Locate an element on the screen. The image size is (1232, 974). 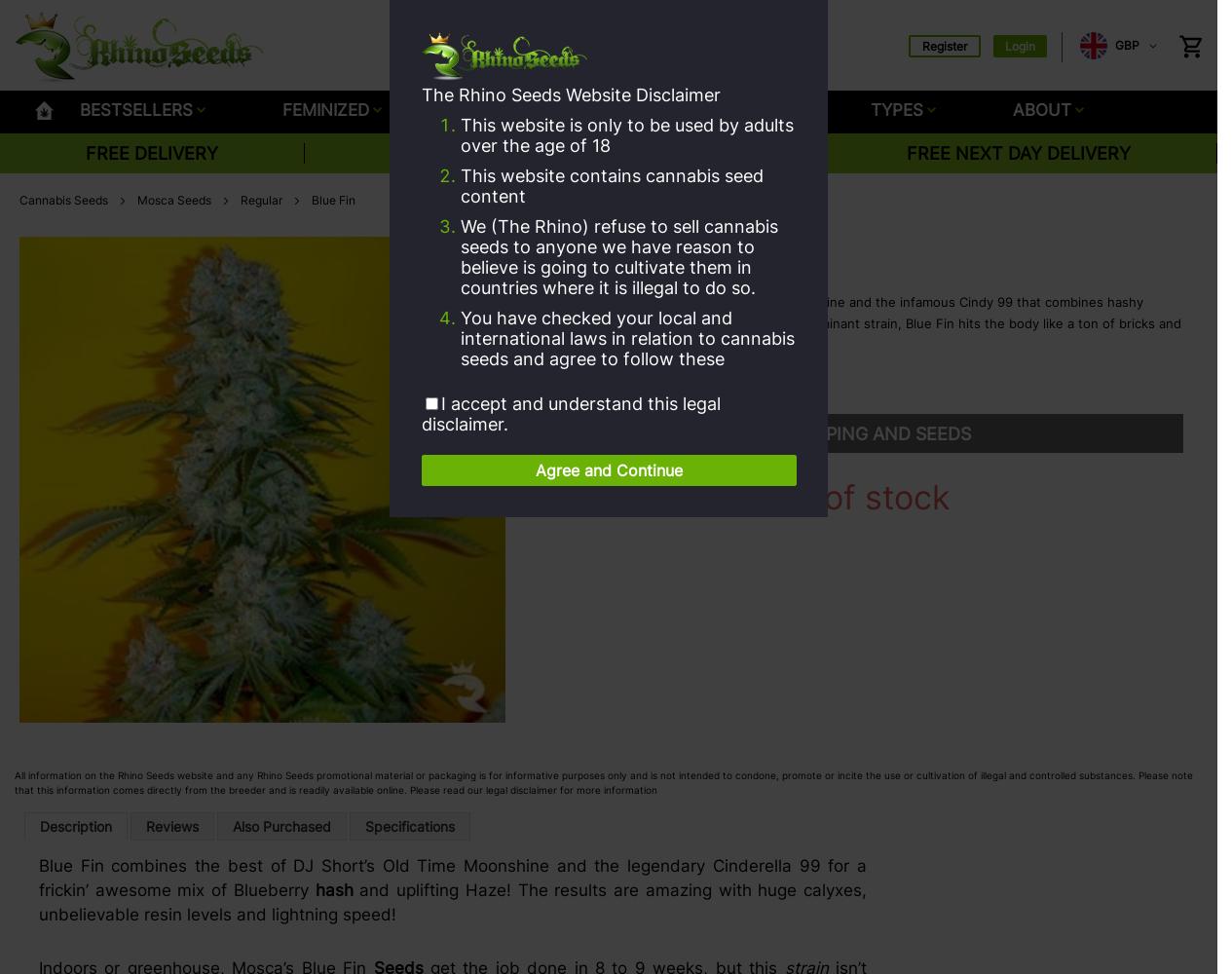
'GBP' is located at coordinates (1127, 45).